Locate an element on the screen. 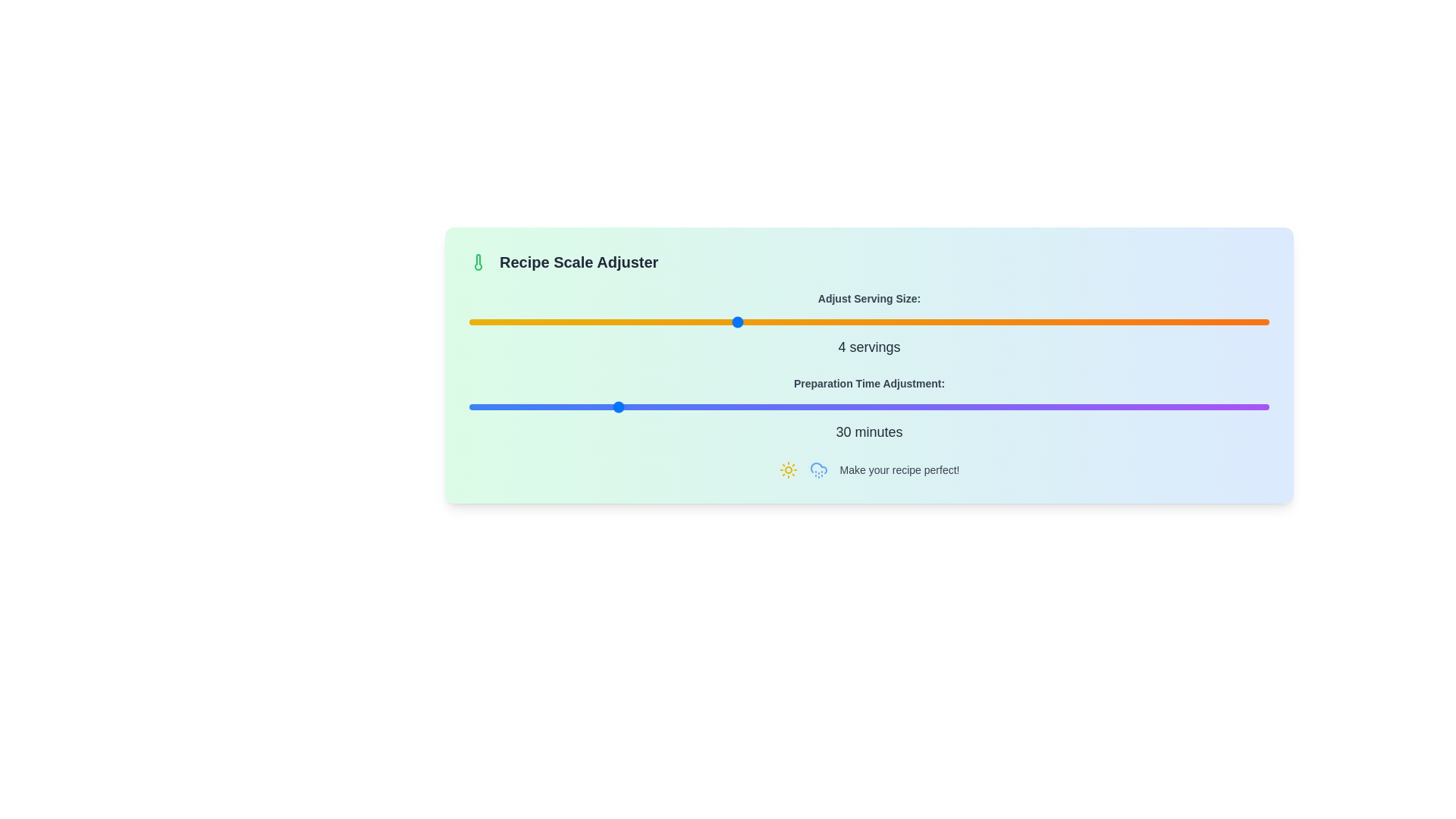 Image resolution: width=1456 pixels, height=819 pixels. the serving size is located at coordinates (913, 321).